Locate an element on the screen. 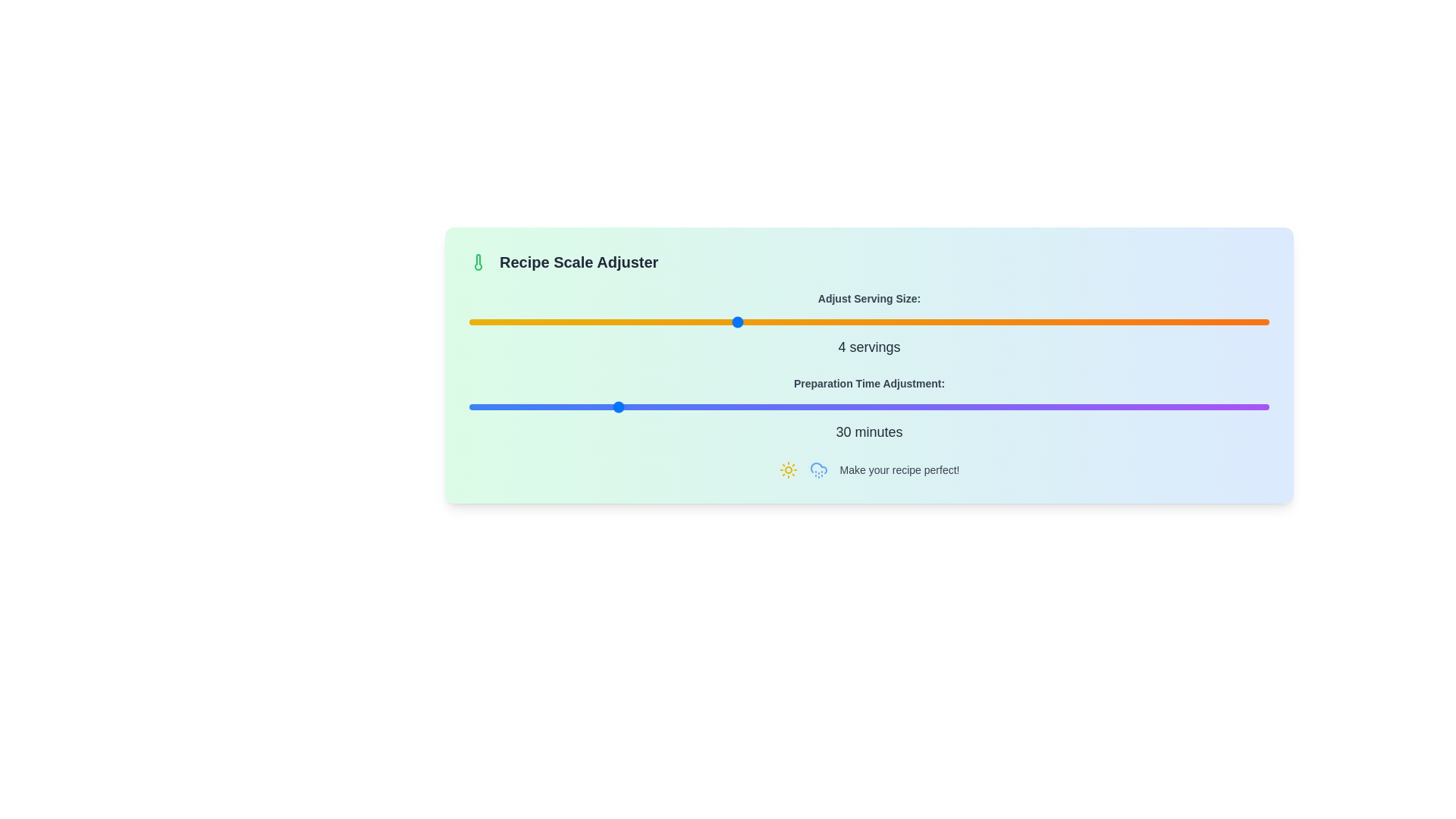 Image resolution: width=1456 pixels, height=819 pixels. the serving size is located at coordinates (913, 321).